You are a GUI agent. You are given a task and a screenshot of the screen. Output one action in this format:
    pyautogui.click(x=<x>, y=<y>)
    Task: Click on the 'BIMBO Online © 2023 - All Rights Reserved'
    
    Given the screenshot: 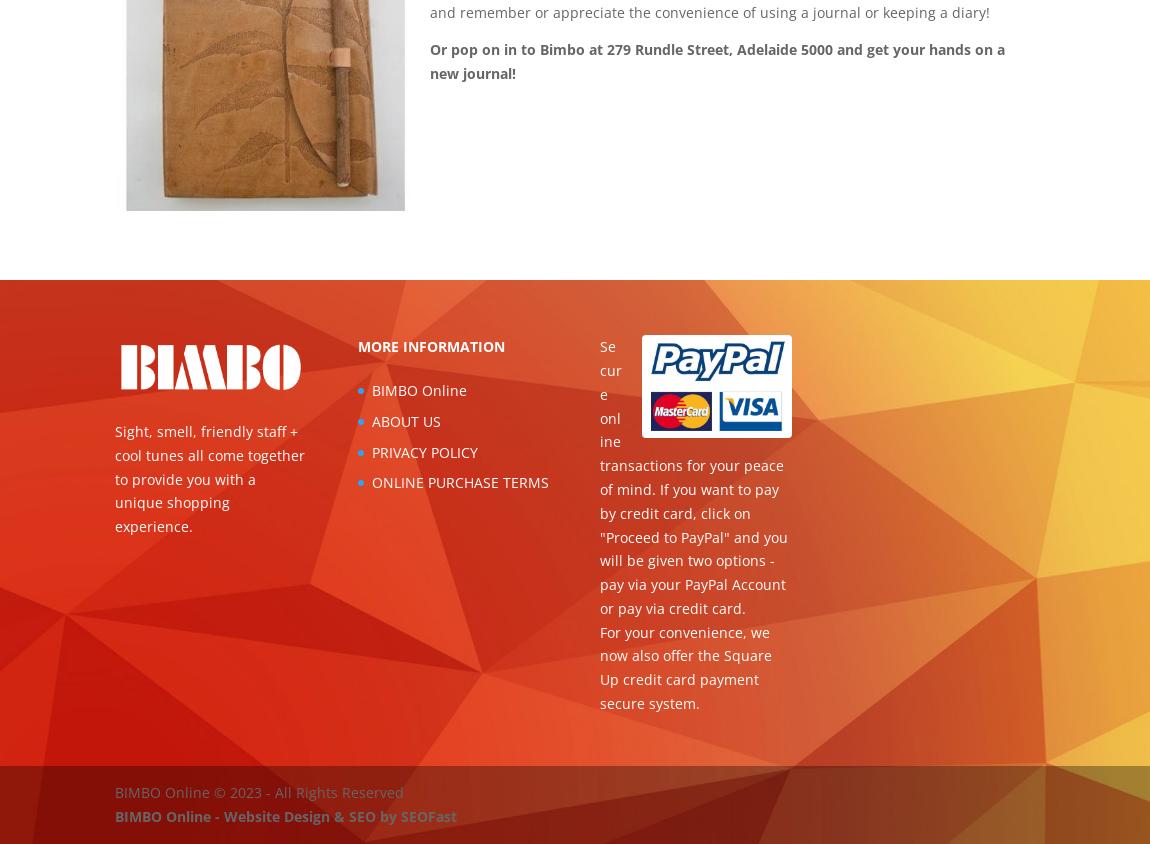 What is the action you would take?
    pyautogui.click(x=258, y=792)
    